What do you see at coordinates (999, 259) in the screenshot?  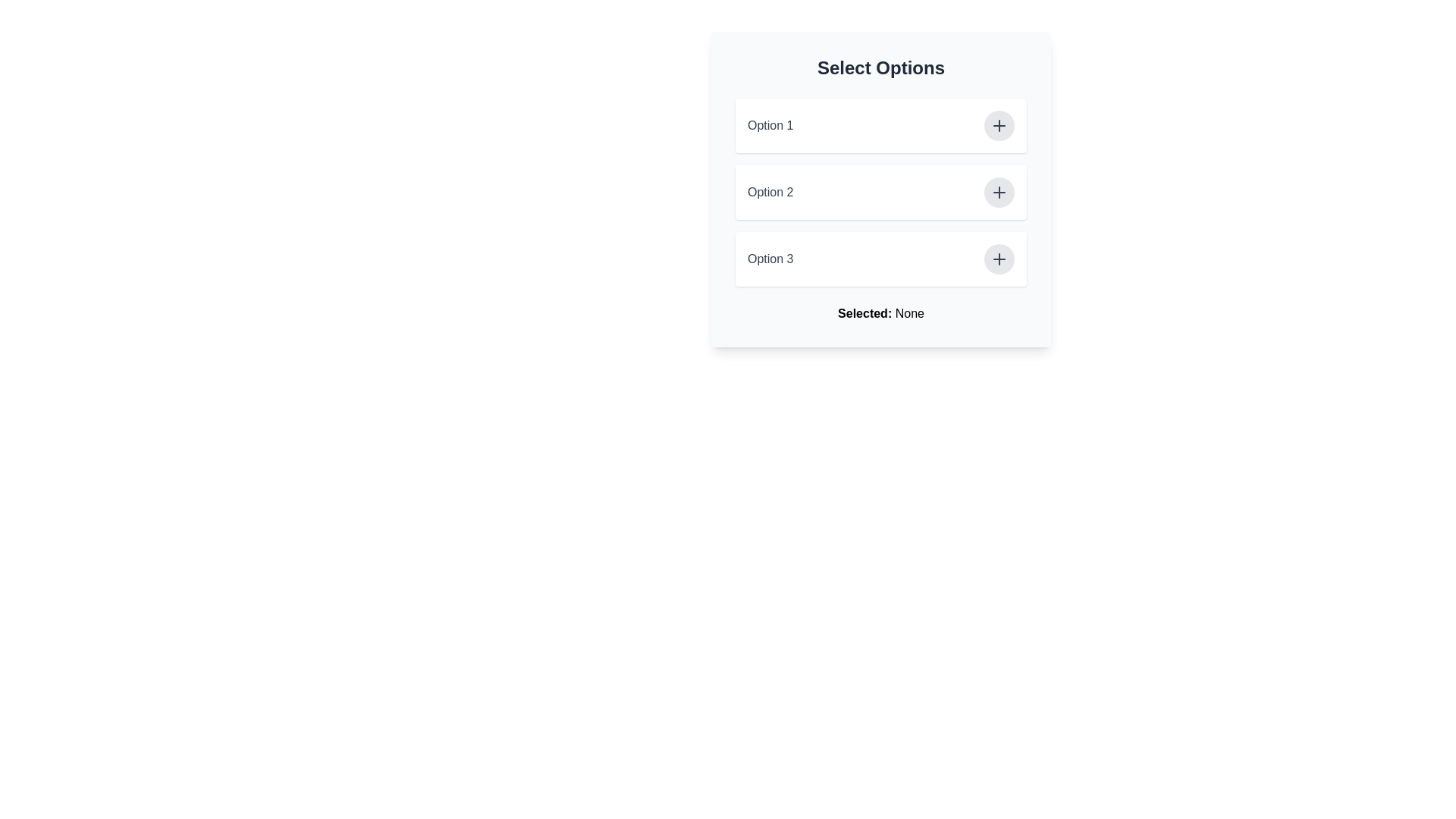 I see `the small circular button with a '+' icon located to the far right of the row labeled 'Option 3'` at bounding box center [999, 259].